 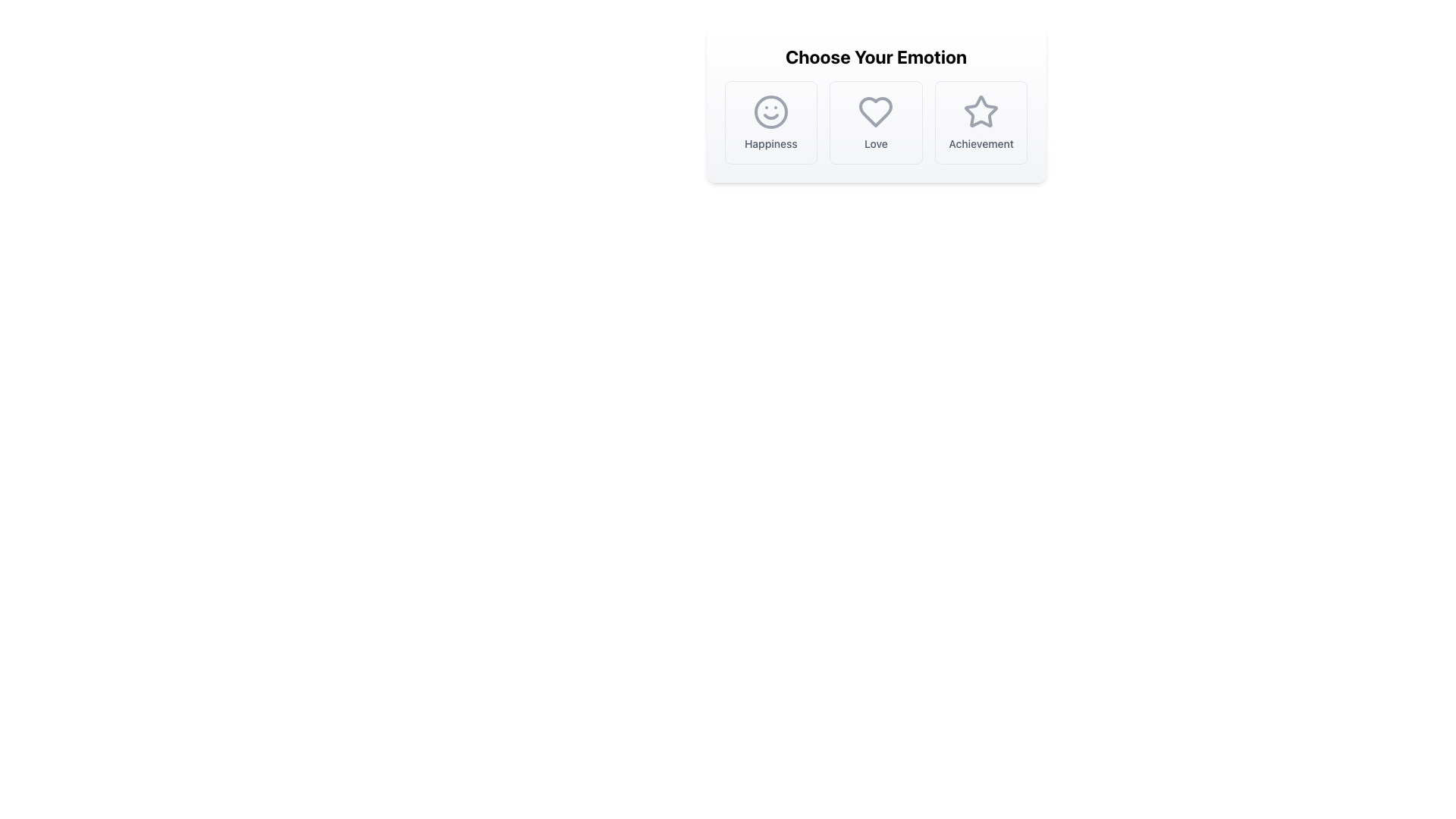 What do you see at coordinates (876, 122) in the screenshot?
I see `the 'Love' option button, which is a square button with a white background and a heart icon above the text` at bounding box center [876, 122].